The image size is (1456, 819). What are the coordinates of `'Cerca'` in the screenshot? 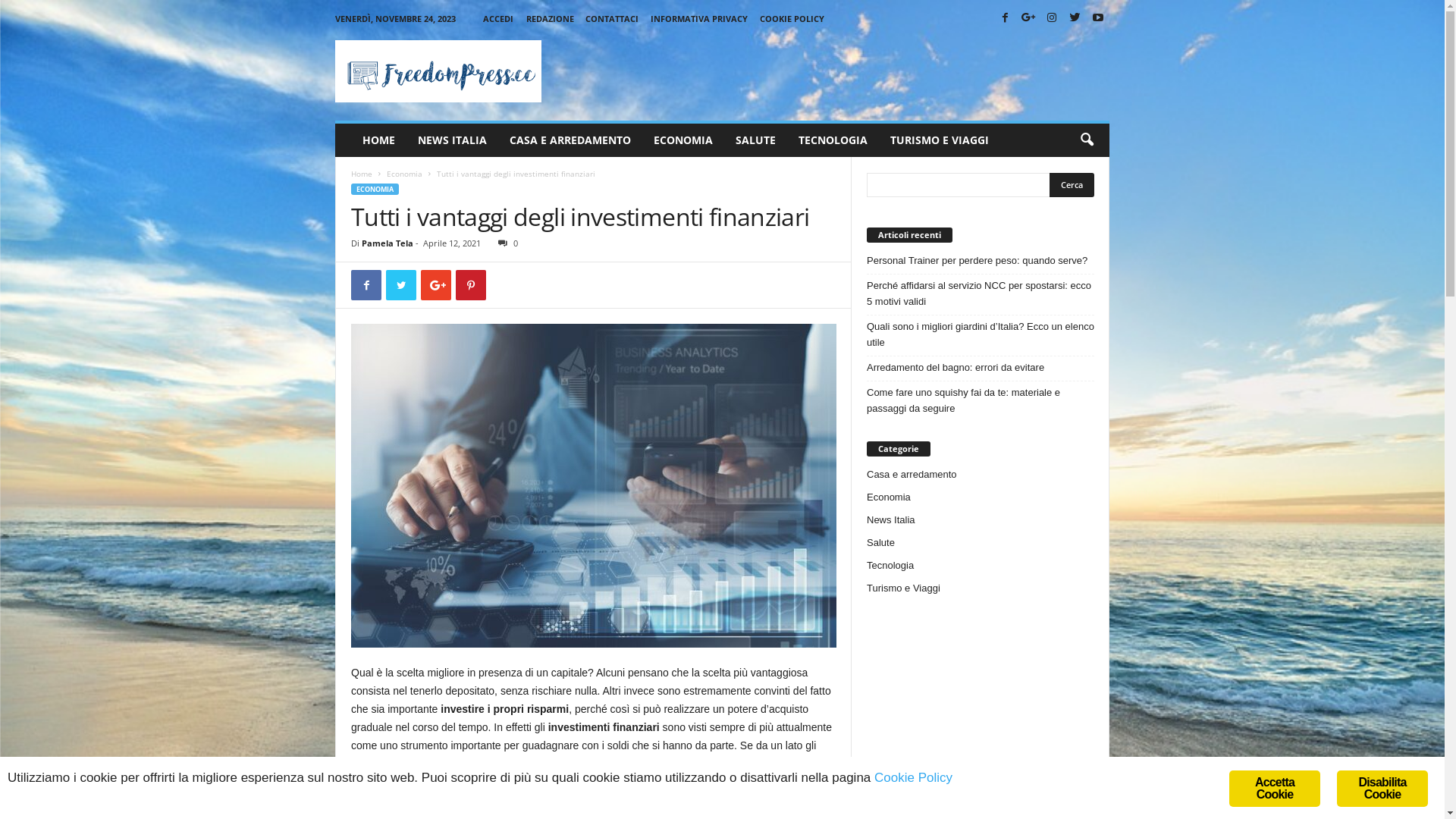 It's located at (1048, 184).